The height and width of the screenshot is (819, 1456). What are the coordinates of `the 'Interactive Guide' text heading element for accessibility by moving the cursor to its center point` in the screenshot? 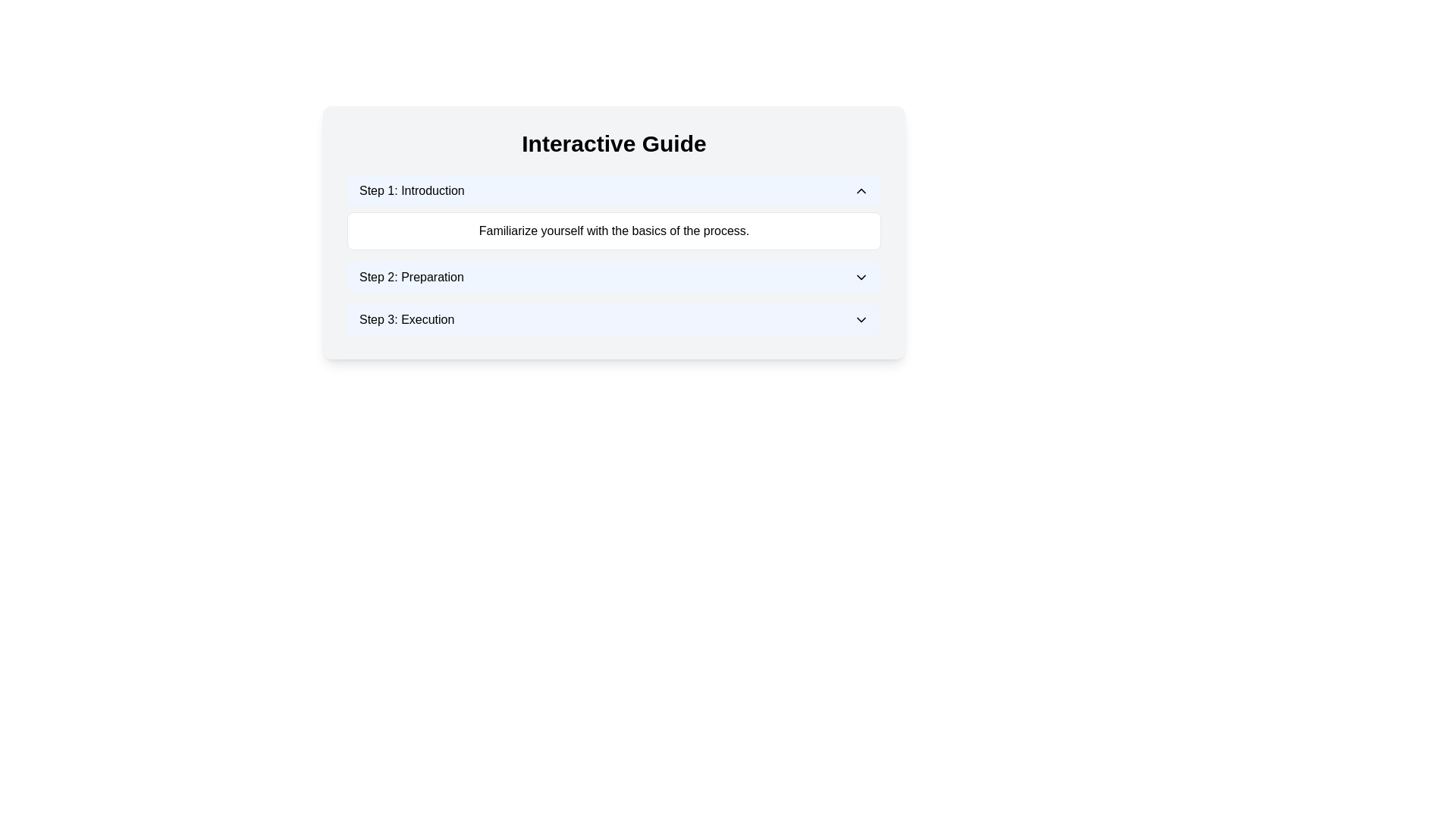 It's located at (614, 143).